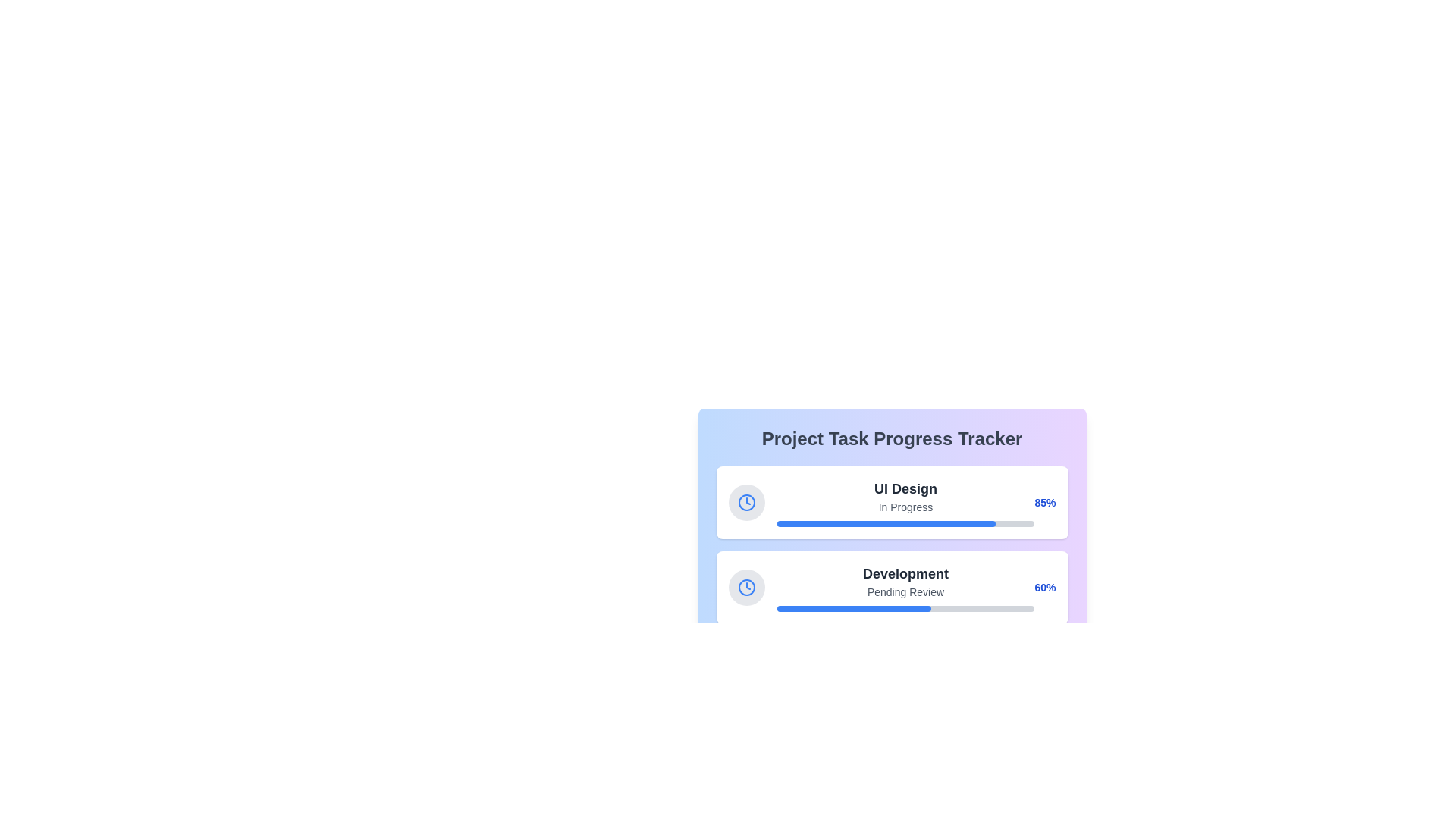  What do you see at coordinates (886, 522) in the screenshot?
I see `progress bar showing 85% completion for the task 'UI Design' located under the 'Project Task Progress Tracker' heading` at bounding box center [886, 522].